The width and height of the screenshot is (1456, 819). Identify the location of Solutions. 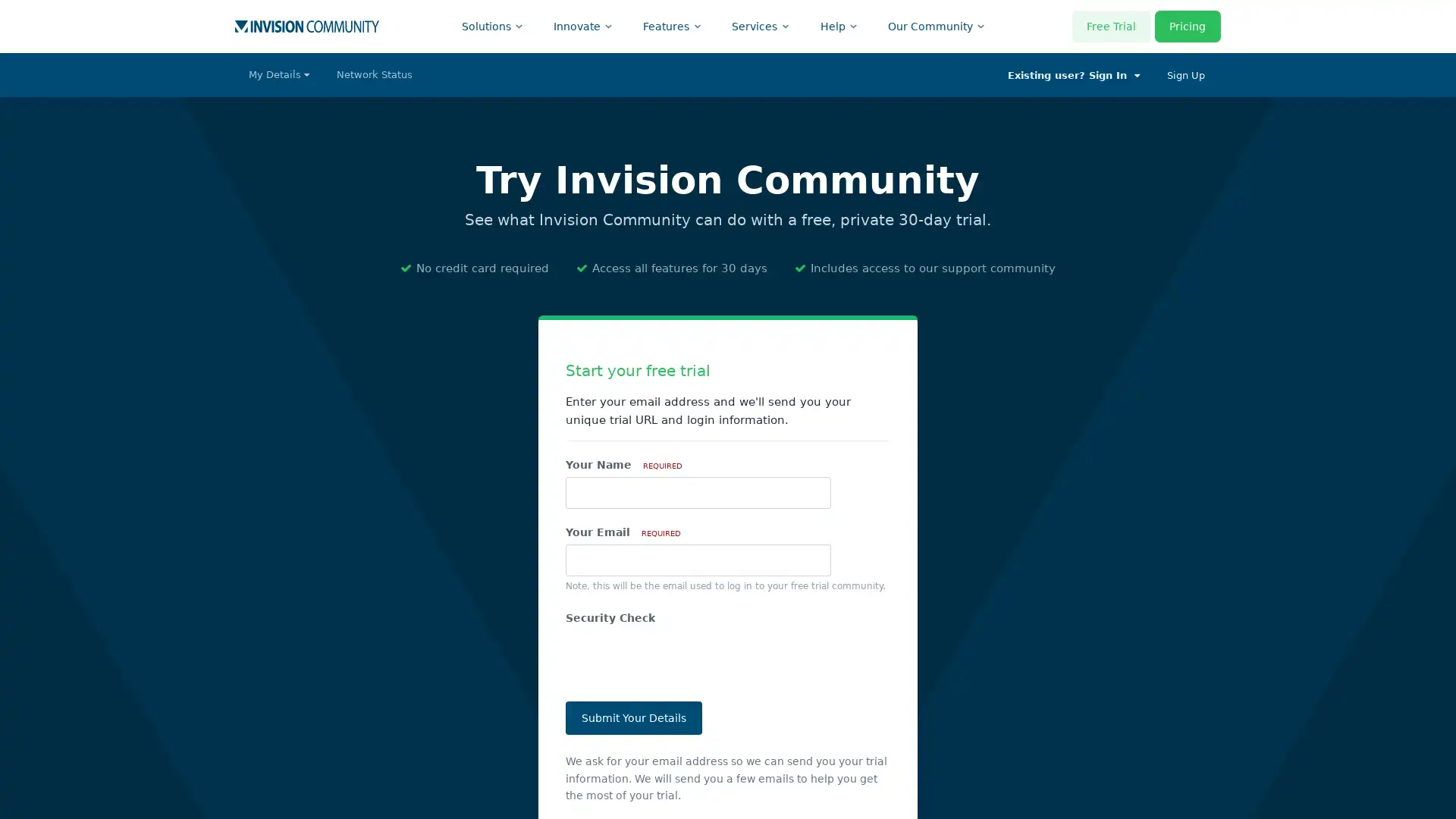
(492, 26).